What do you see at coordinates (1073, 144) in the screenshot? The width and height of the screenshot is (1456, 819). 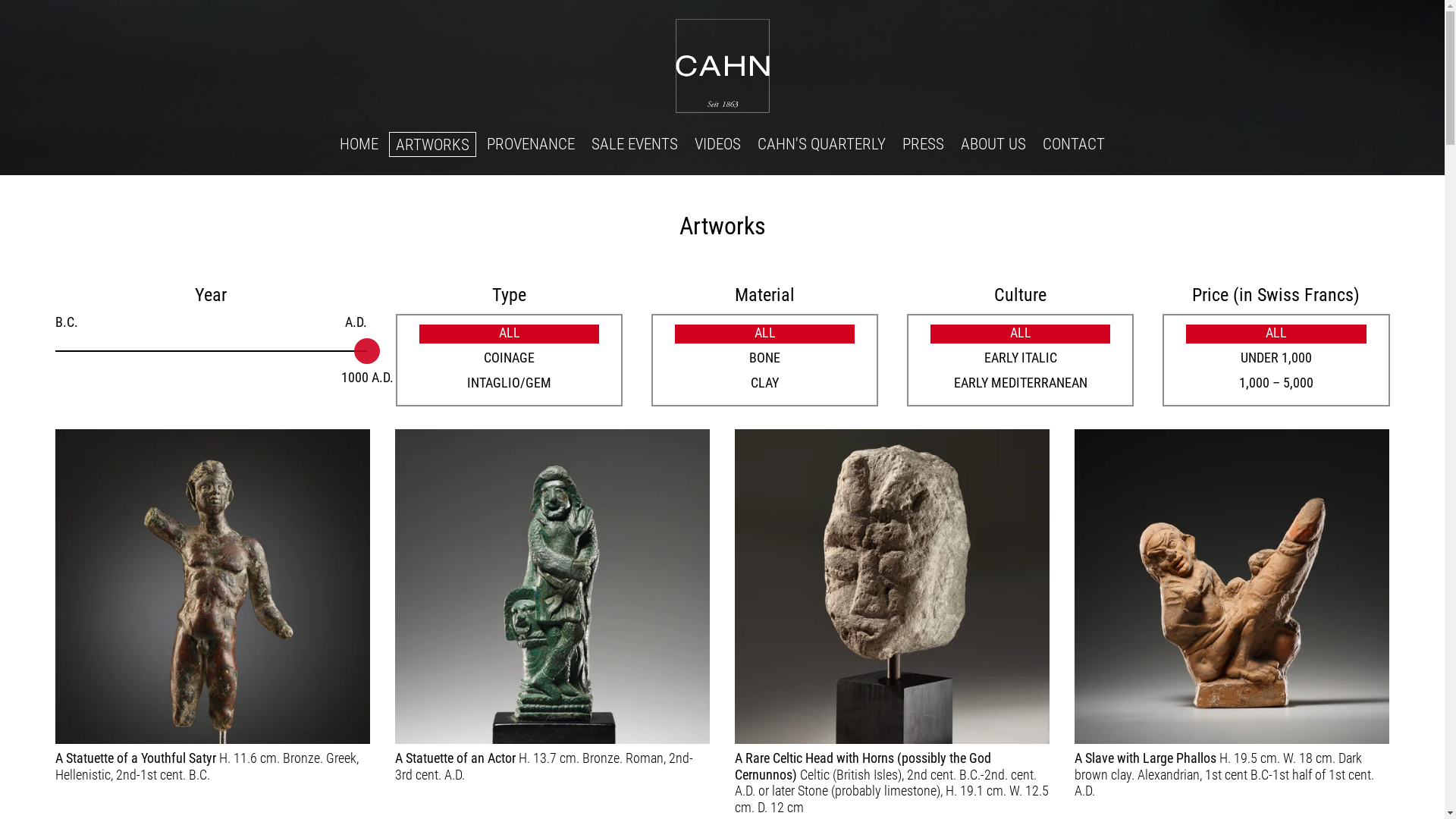 I see `'CONTACT'` at bounding box center [1073, 144].